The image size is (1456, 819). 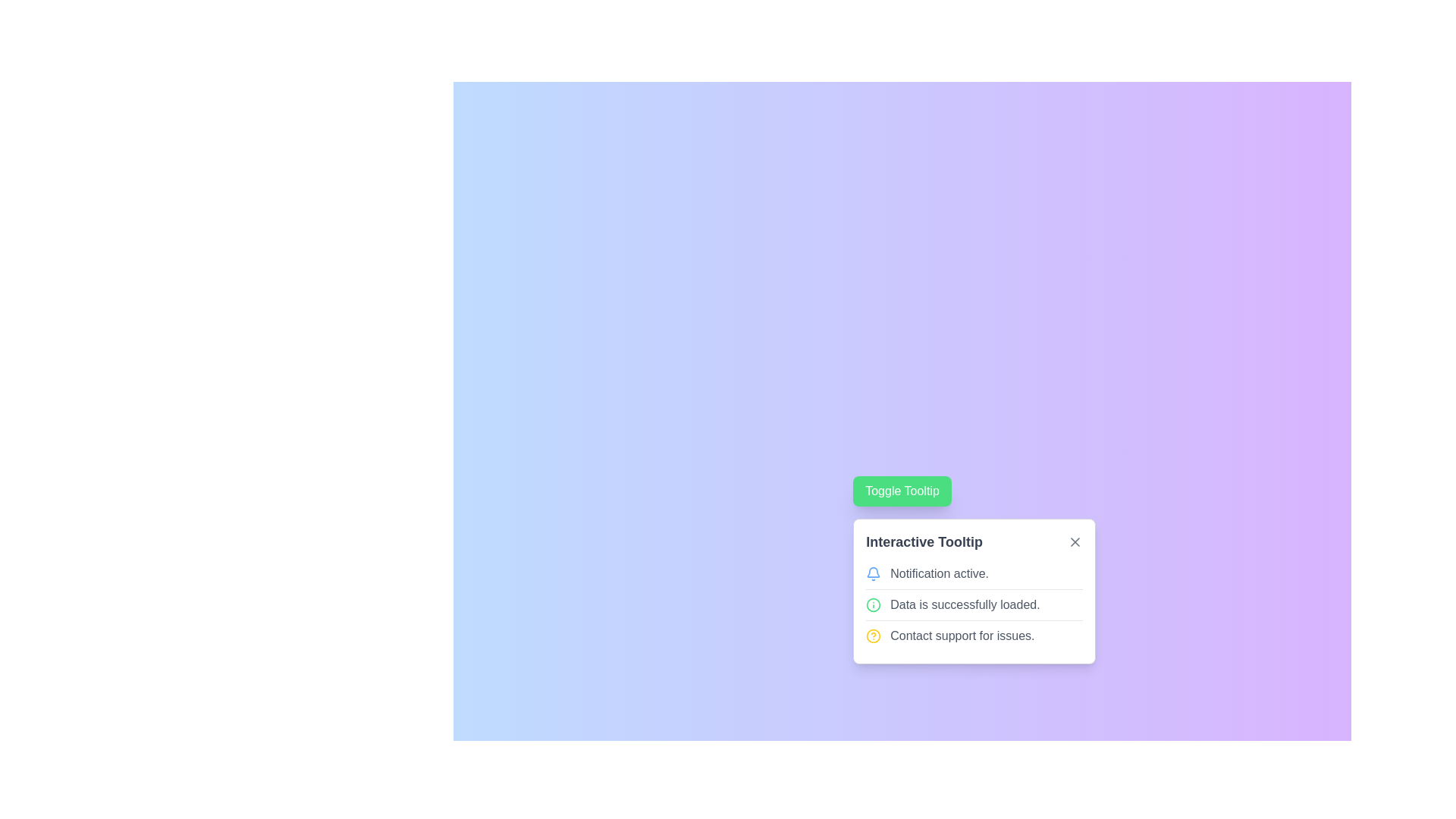 I want to click on the rectangular button with a green background and white text that reads 'Toggle Tooltip', so click(x=902, y=491).